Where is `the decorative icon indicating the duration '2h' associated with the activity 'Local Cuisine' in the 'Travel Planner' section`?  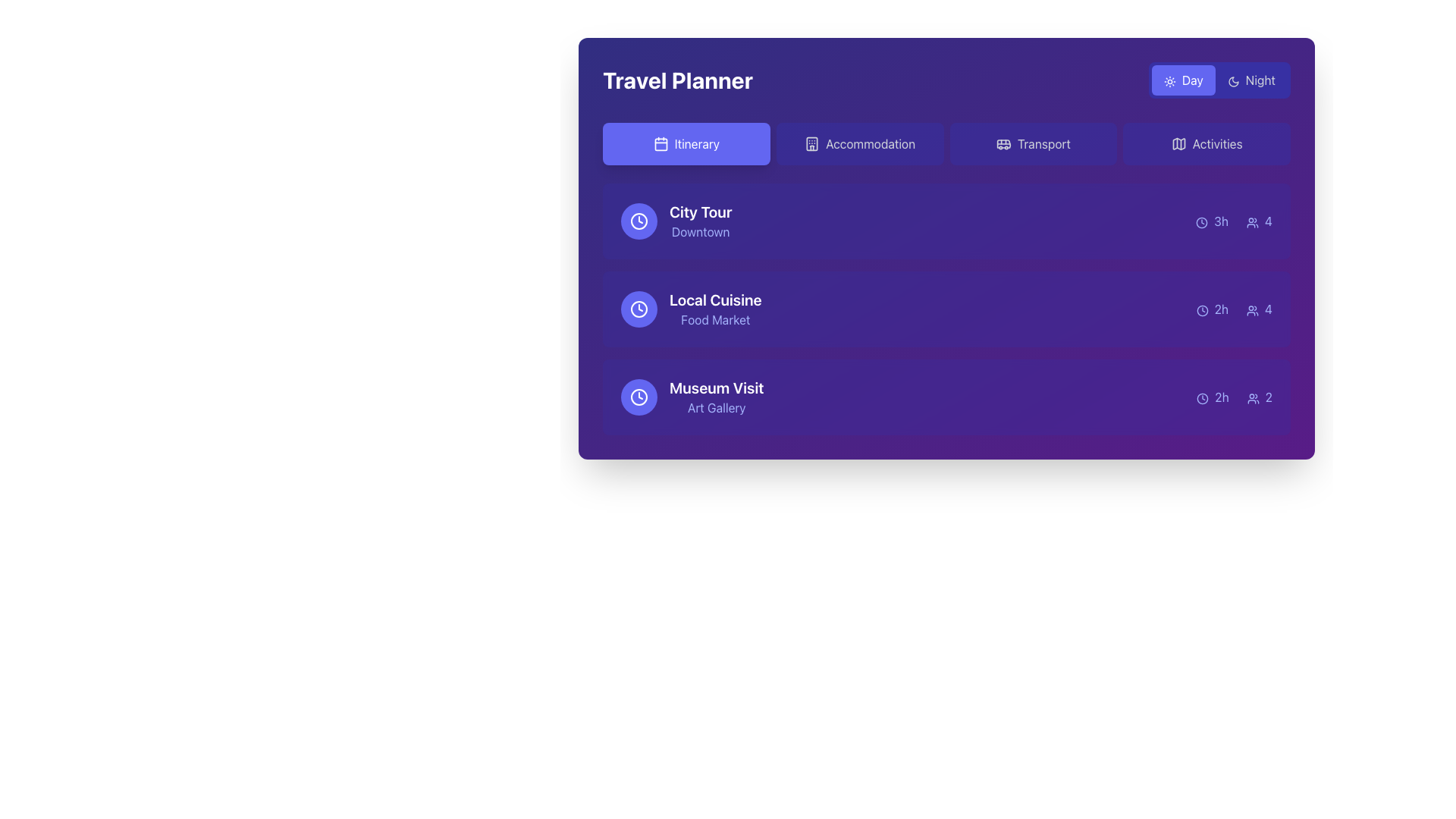
the decorative icon indicating the duration '2h' associated with the activity 'Local Cuisine' in the 'Travel Planner' section is located at coordinates (1201, 309).